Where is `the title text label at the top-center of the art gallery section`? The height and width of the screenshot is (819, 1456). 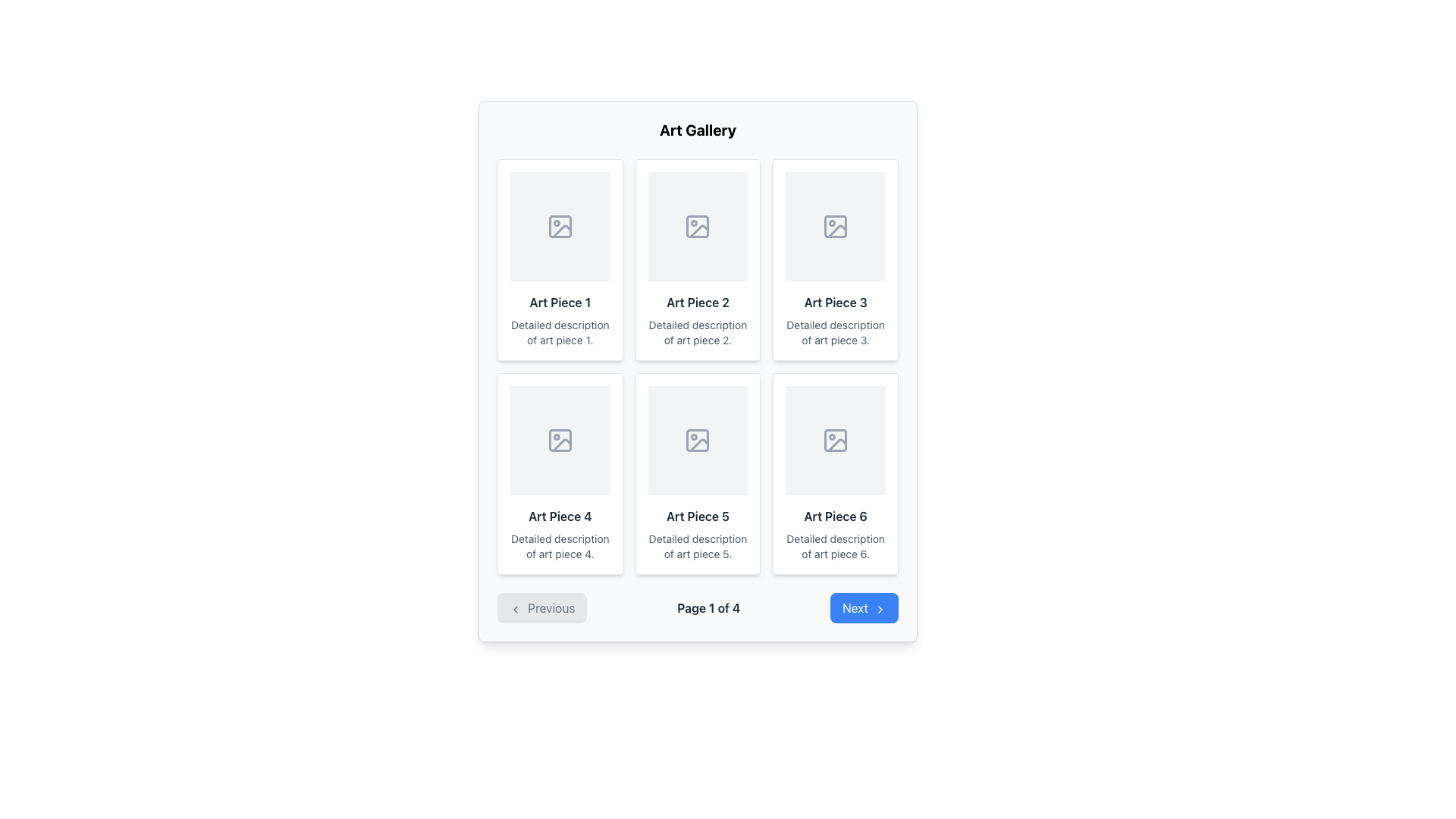
the title text label at the top-center of the art gallery section is located at coordinates (697, 130).